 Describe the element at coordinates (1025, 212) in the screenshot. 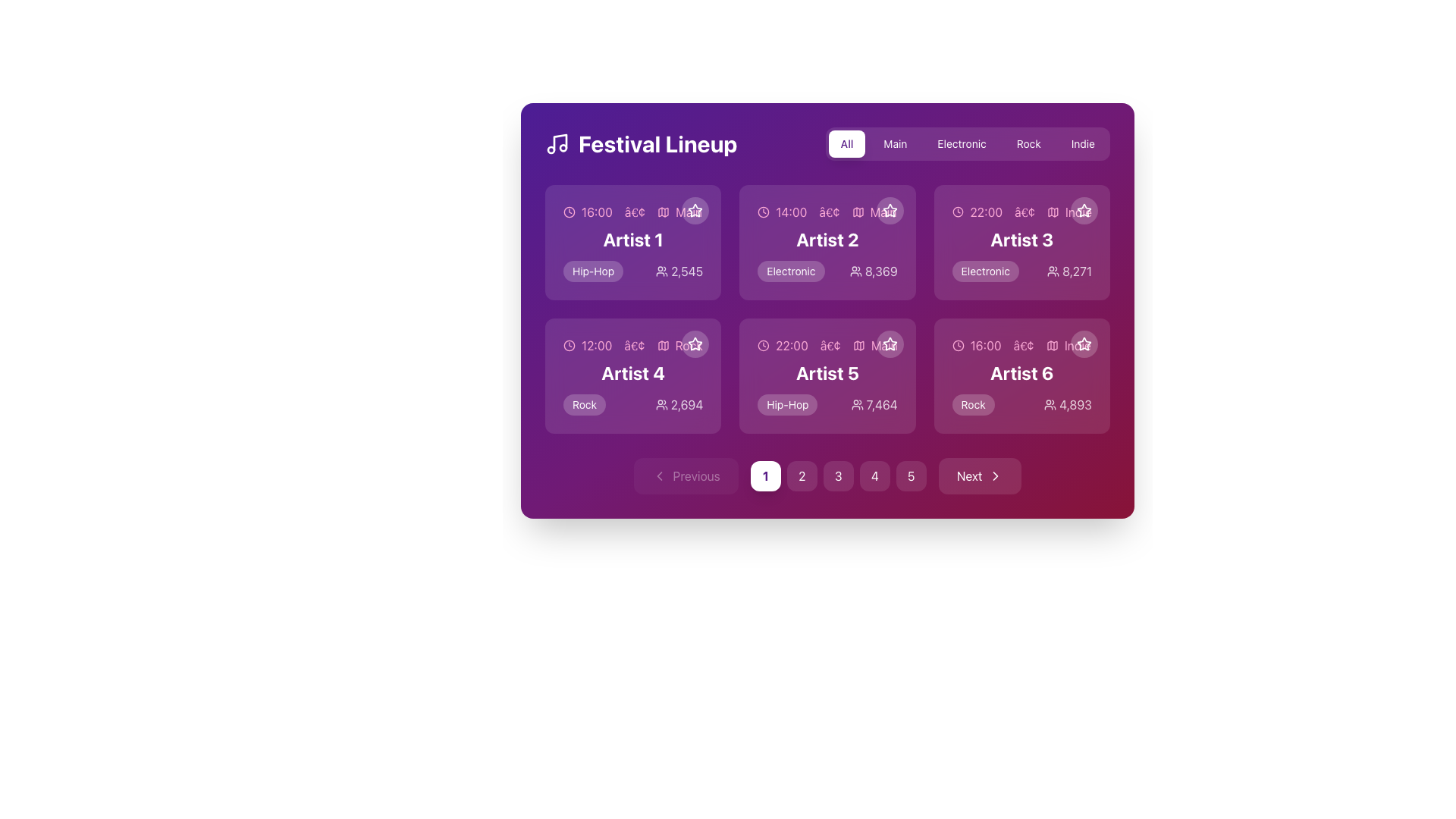

I see `the small dot-like text delimiter located between the time text '22:00' and the text label 'indie' in the second column of the second row of artist cards` at that location.